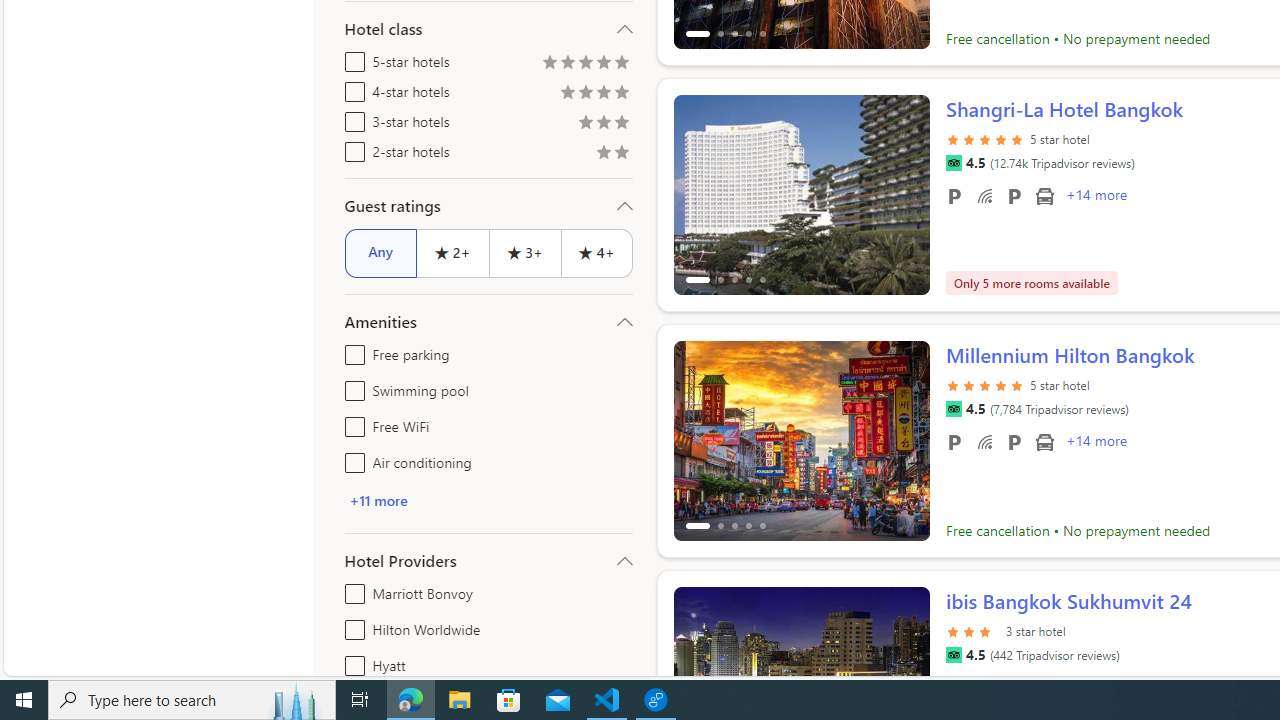 This screenshot has height=720, width=1280. Describe the element at coordinates (451, 252) in the screenshot. I see `'2+'` at that location.